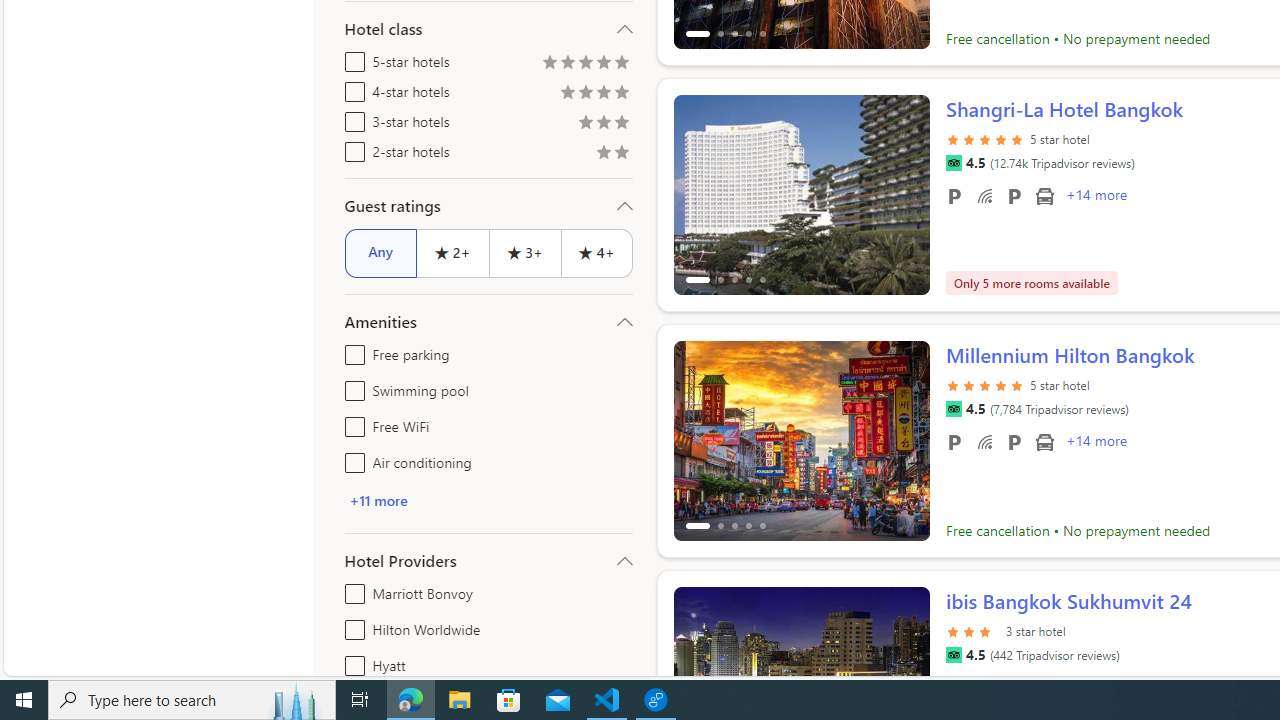 This screenshot has height=720, width=1280. Describe the element at coordinates (451, 252) in the screenshot. I see `'2+'` at that location.